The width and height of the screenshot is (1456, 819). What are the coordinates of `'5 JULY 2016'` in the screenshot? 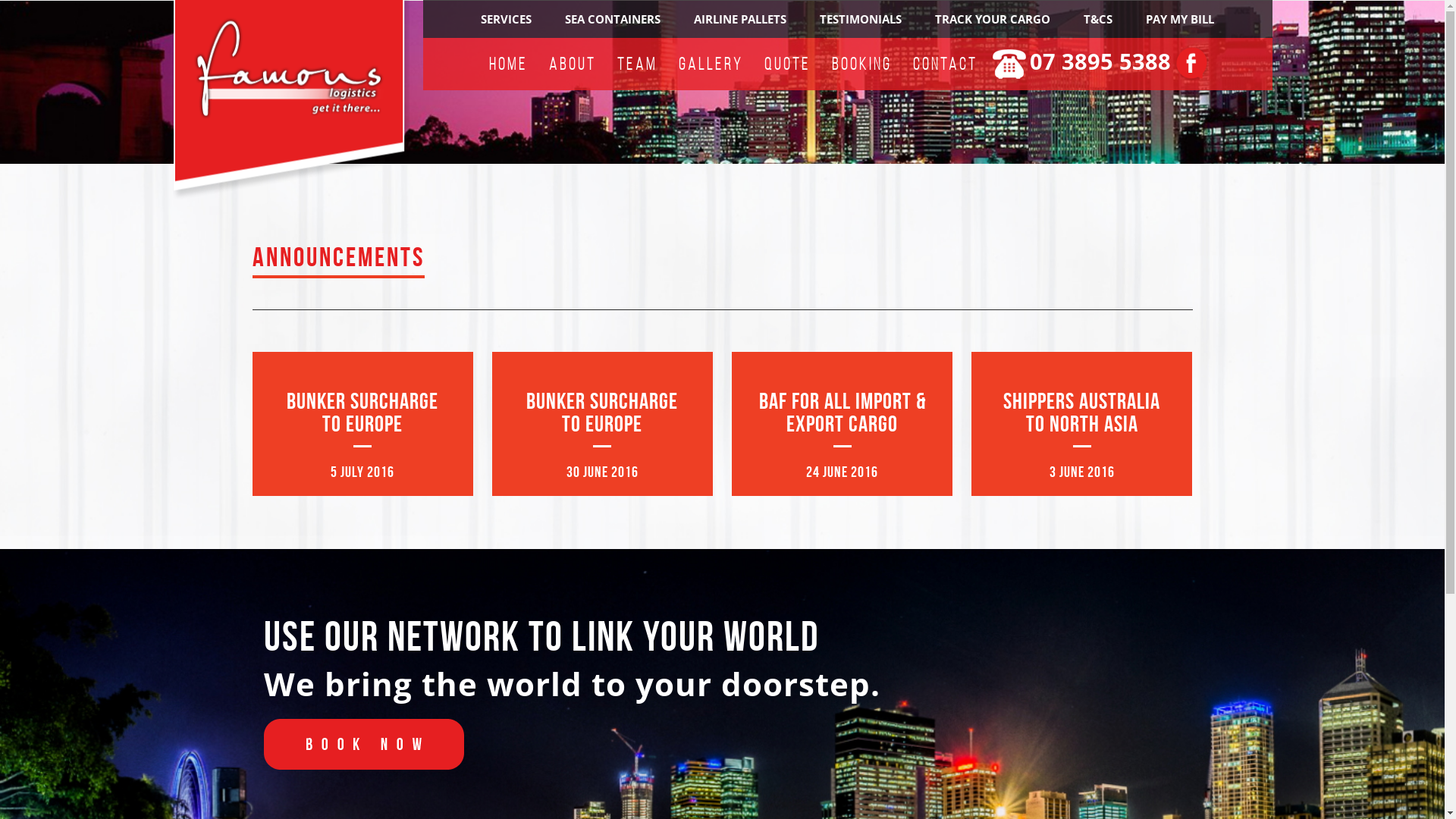 It's located at (330, 468).